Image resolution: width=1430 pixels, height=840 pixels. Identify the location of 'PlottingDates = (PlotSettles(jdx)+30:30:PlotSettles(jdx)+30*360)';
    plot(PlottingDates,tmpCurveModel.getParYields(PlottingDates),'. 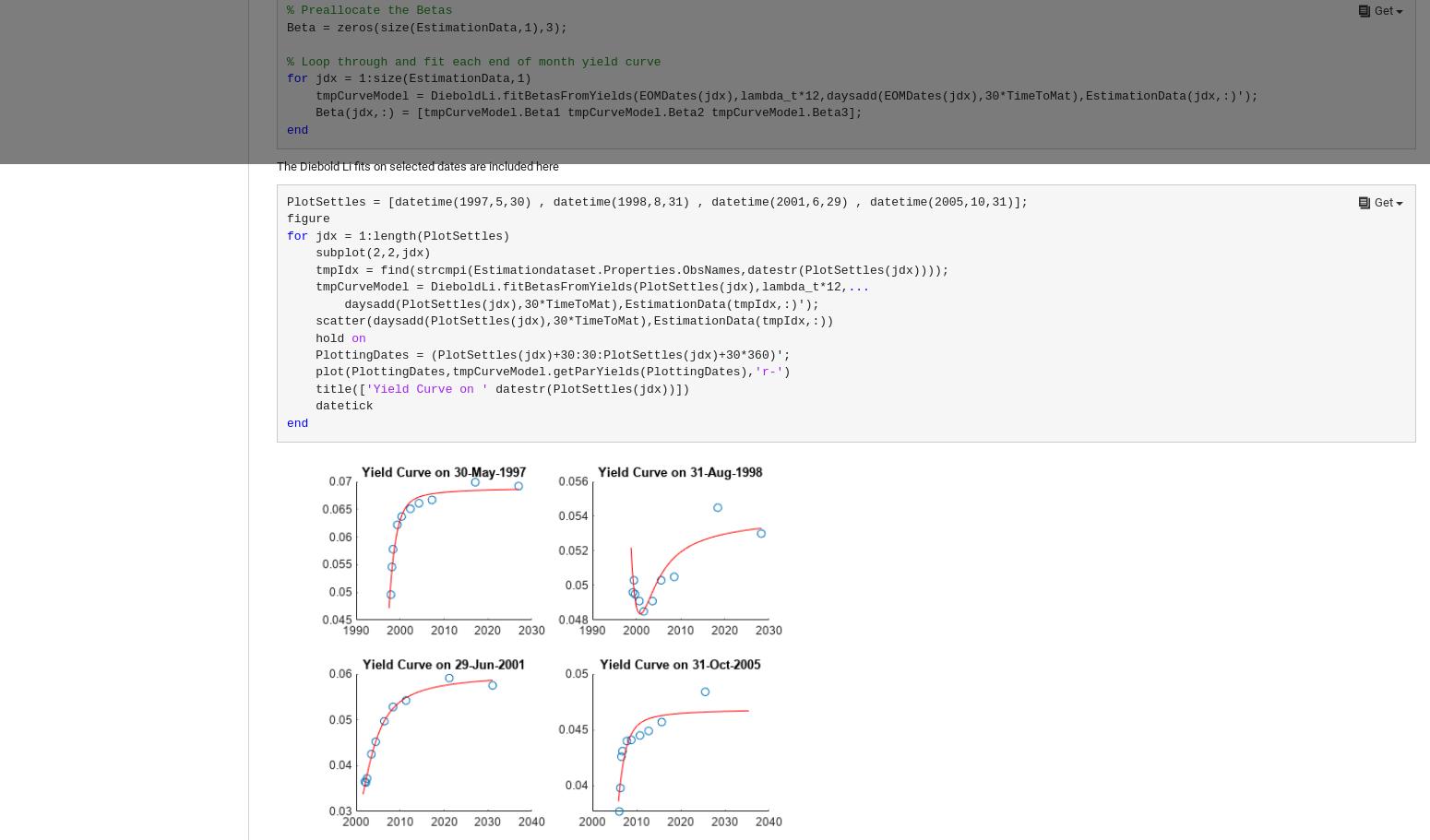
(539, 362).